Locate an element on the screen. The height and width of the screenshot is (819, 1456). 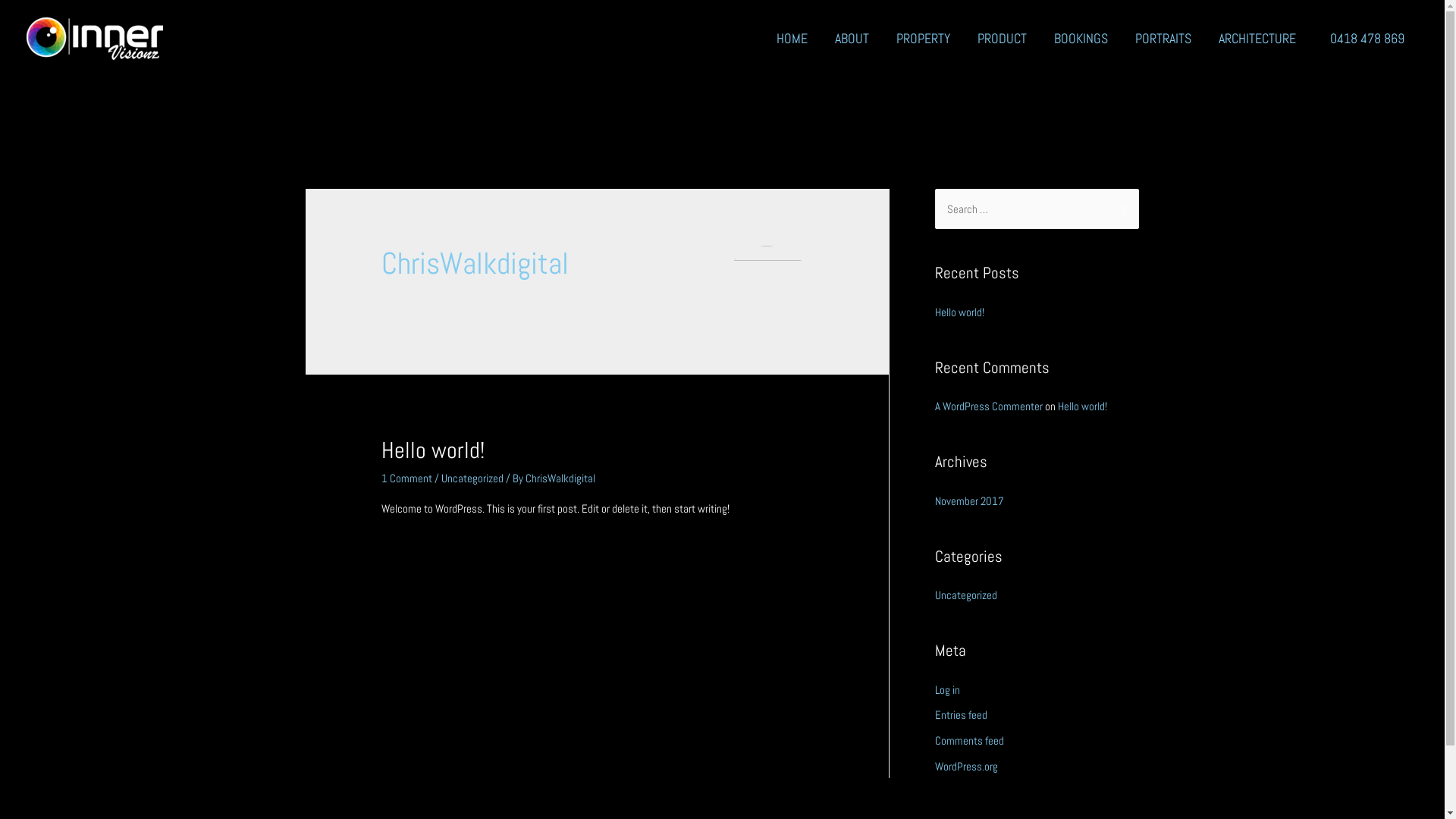
'Entries feed' is located at coordinates (959, 714).